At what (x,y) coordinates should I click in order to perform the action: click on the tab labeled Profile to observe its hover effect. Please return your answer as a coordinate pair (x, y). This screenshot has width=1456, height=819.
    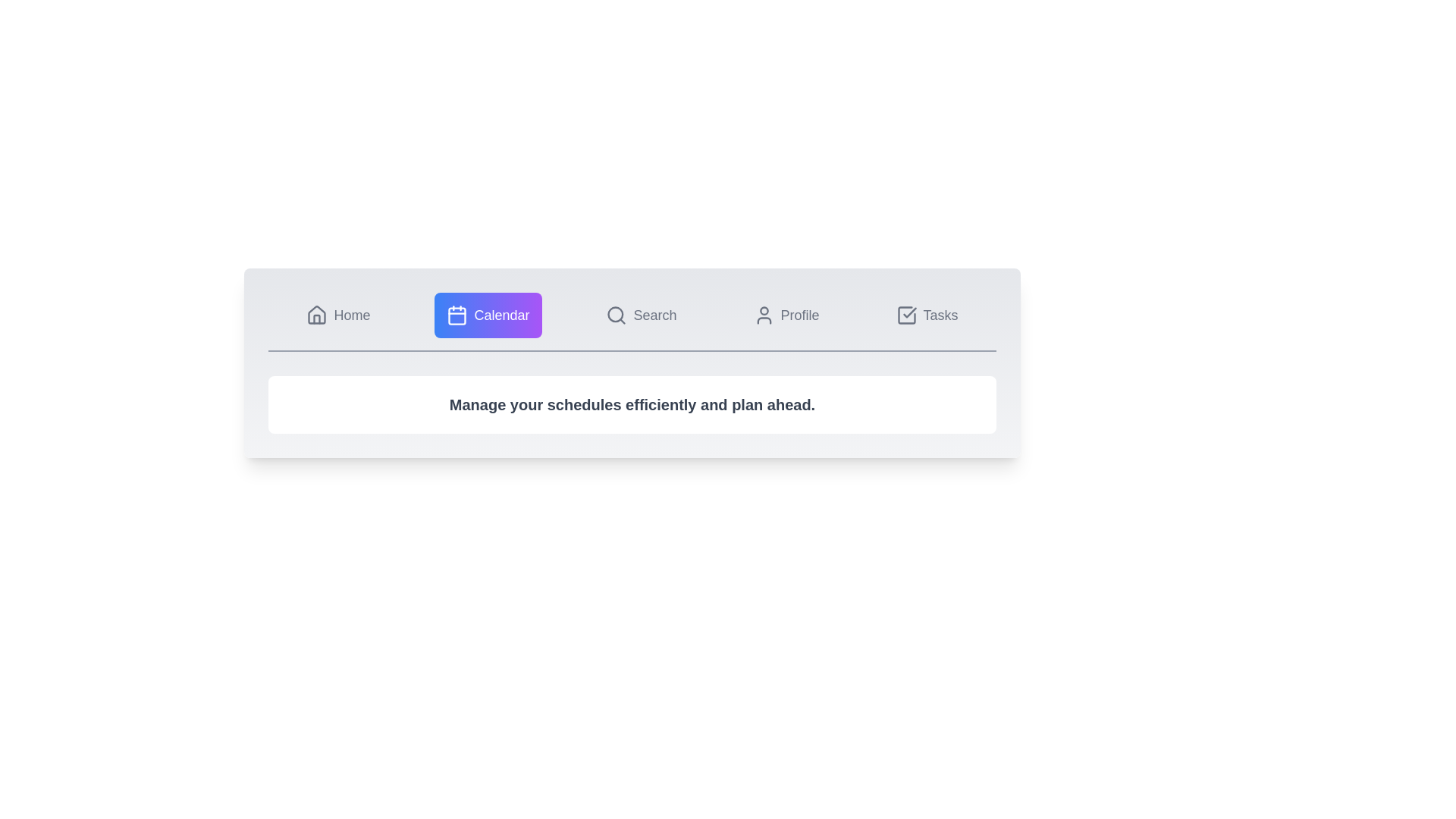
    Looking at the image, I should click on (786, 315).